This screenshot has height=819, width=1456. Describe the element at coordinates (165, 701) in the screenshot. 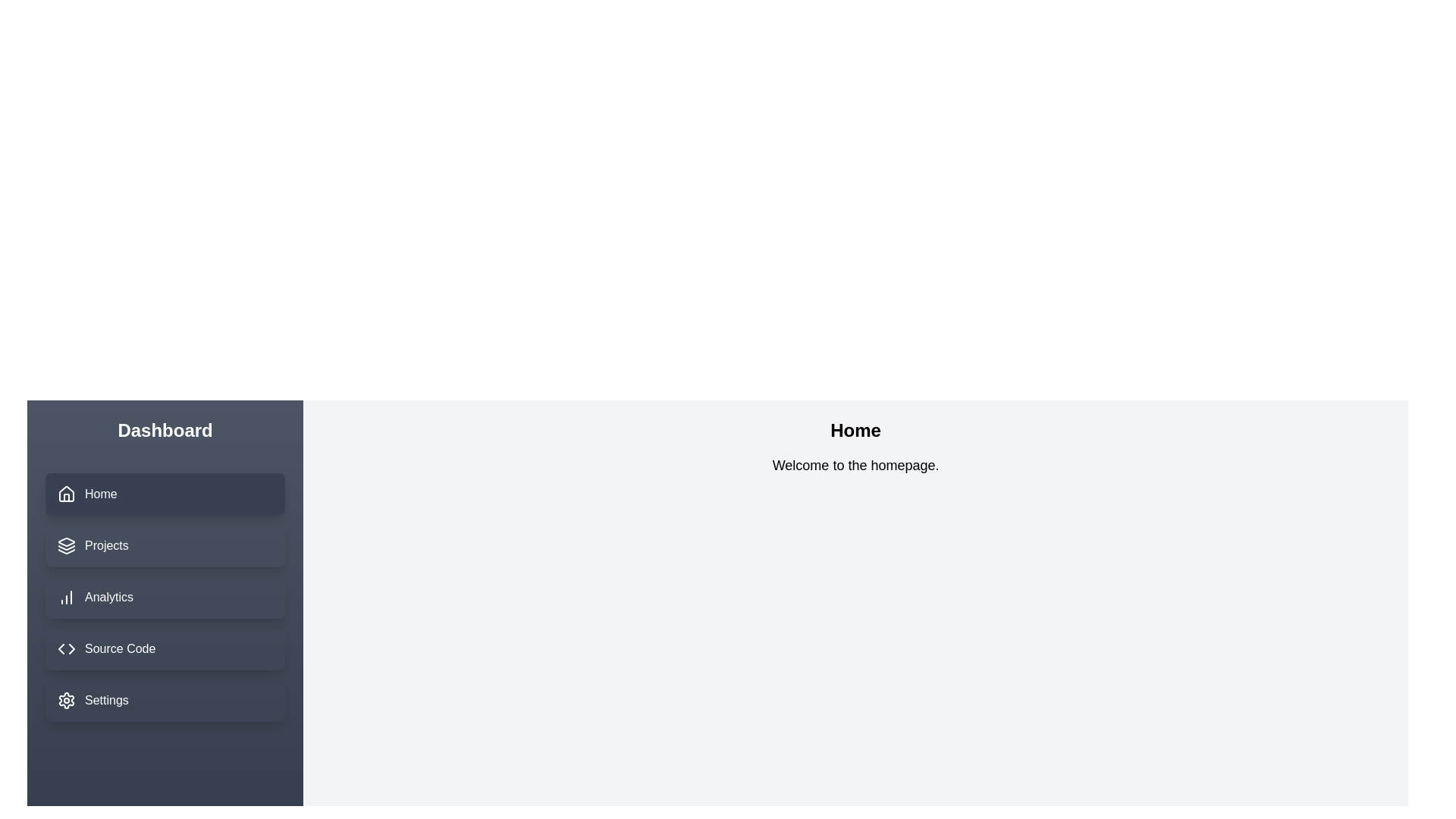

I see `the navigation button located at the bottom of the vertical menu, directly below the 'Source Code' button` at that location.